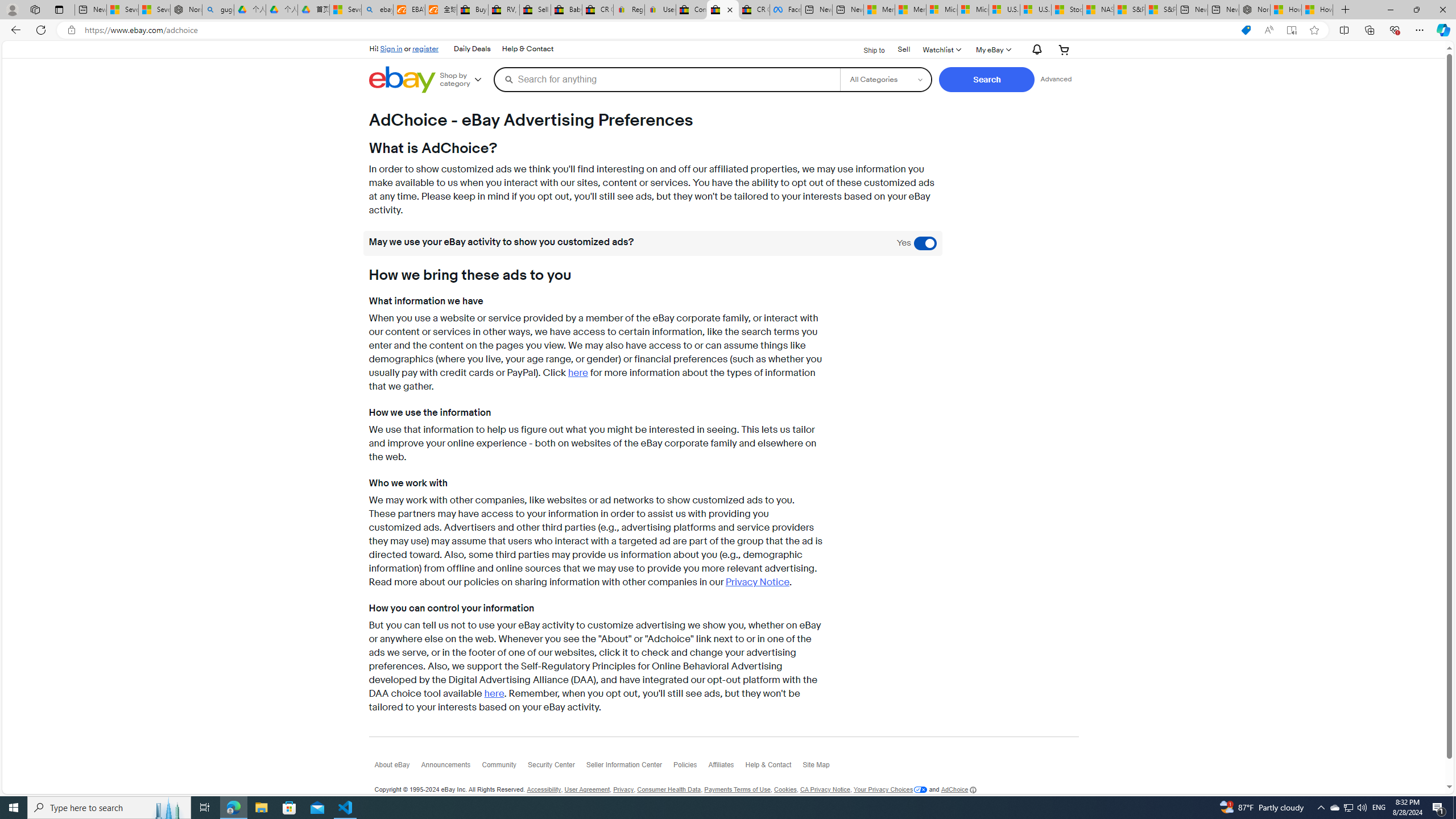 The image size is (1456, 819). I want to click on 'Announcements', so click(450, 767).